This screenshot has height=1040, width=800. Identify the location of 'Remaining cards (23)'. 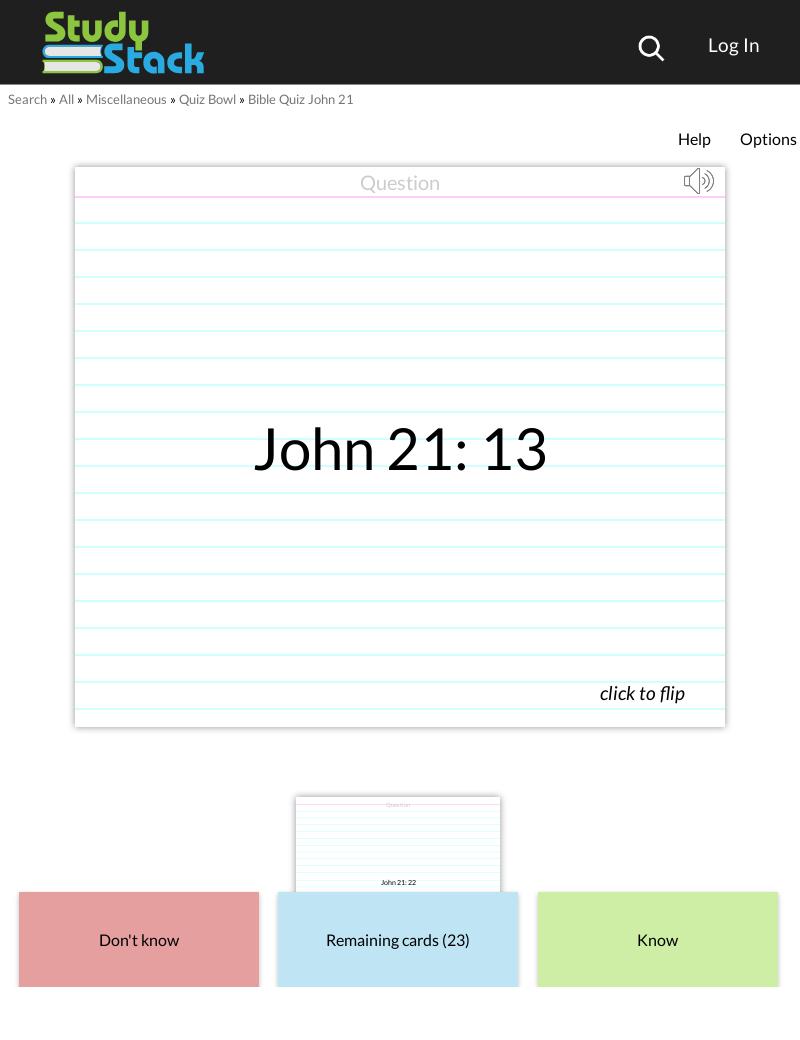
(397, 938).